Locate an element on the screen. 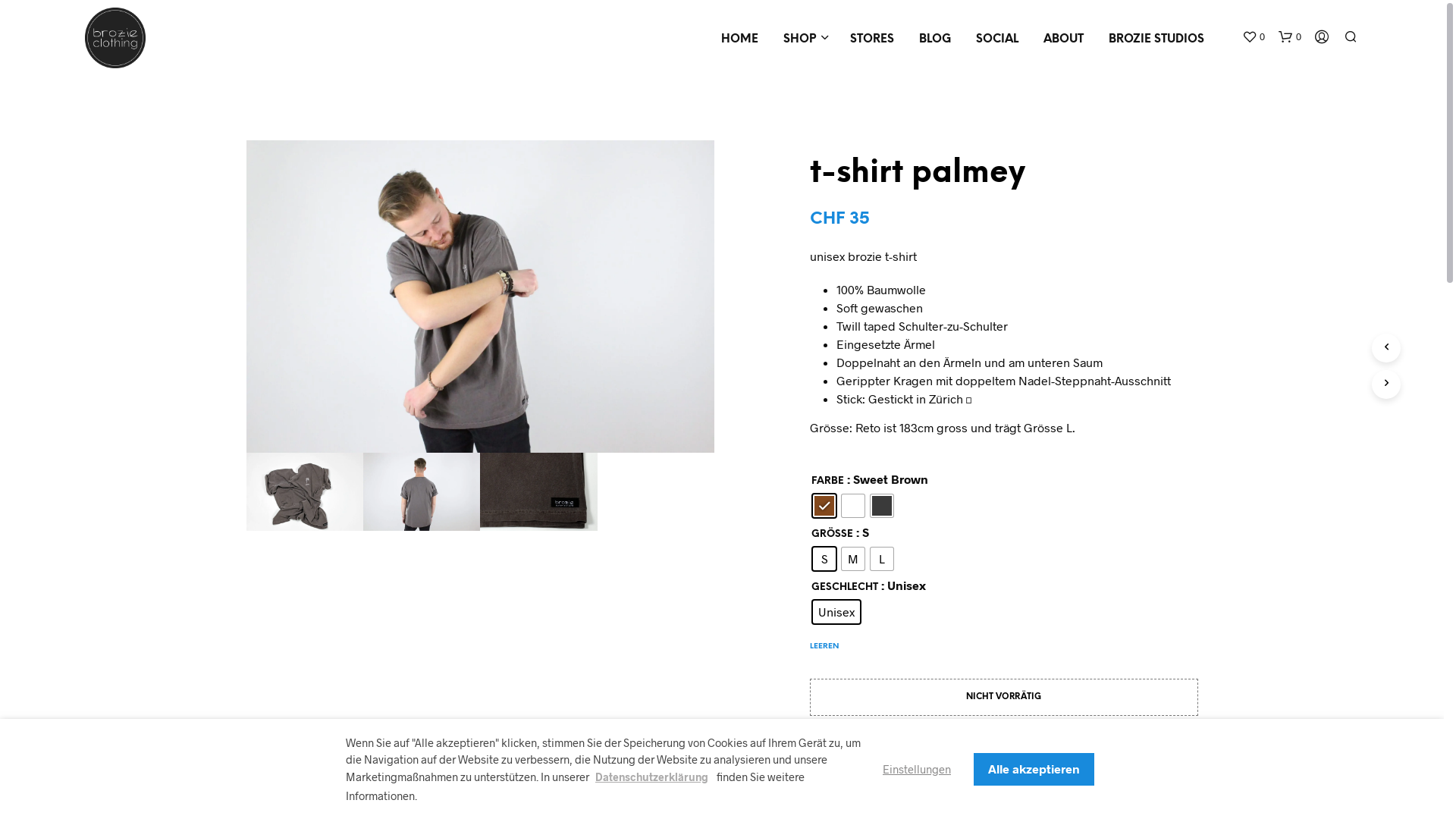 The image size is (1456, 819). 'SOCIAL' is located at coordinates (964, 39).